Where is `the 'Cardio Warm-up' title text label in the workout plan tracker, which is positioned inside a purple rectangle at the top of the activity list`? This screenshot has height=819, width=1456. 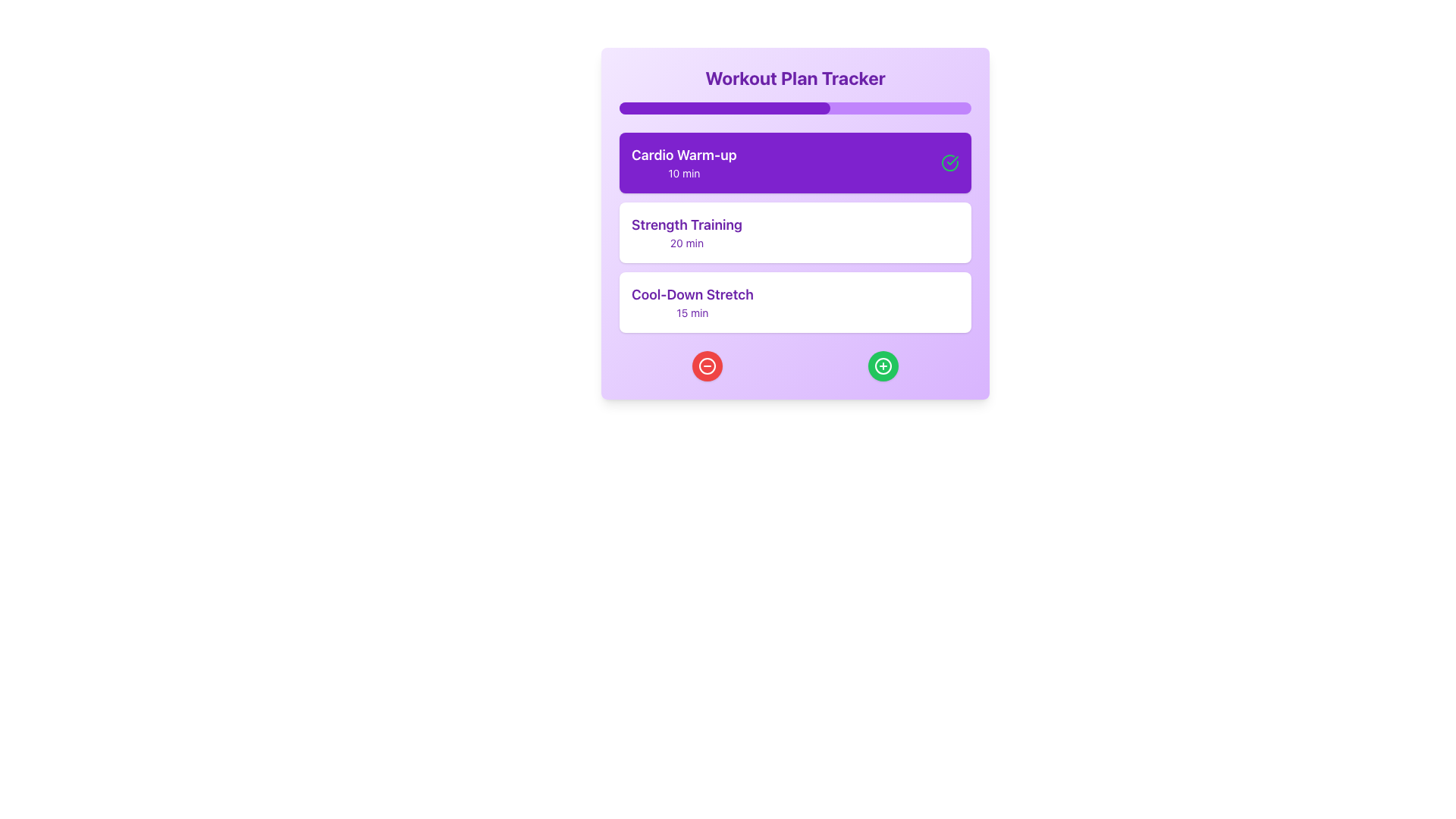 the 'Cardio Warm-up' title text label in the workout plan tracker, which is positioned inside a purple rectangle at the top of the activity list is located at coordinates (683, 155).